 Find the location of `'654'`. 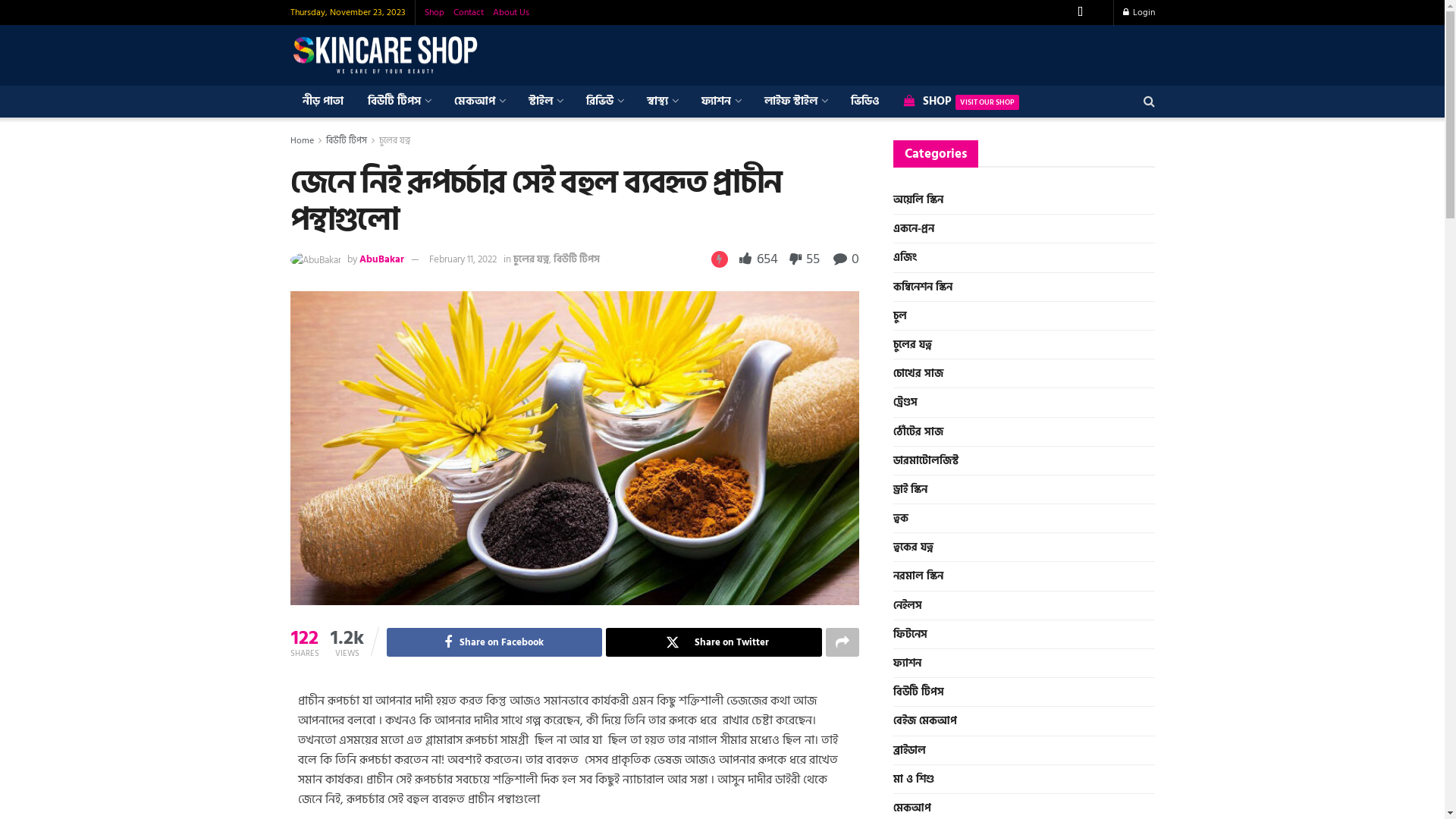

'654' is located at coordinates (739, 258).